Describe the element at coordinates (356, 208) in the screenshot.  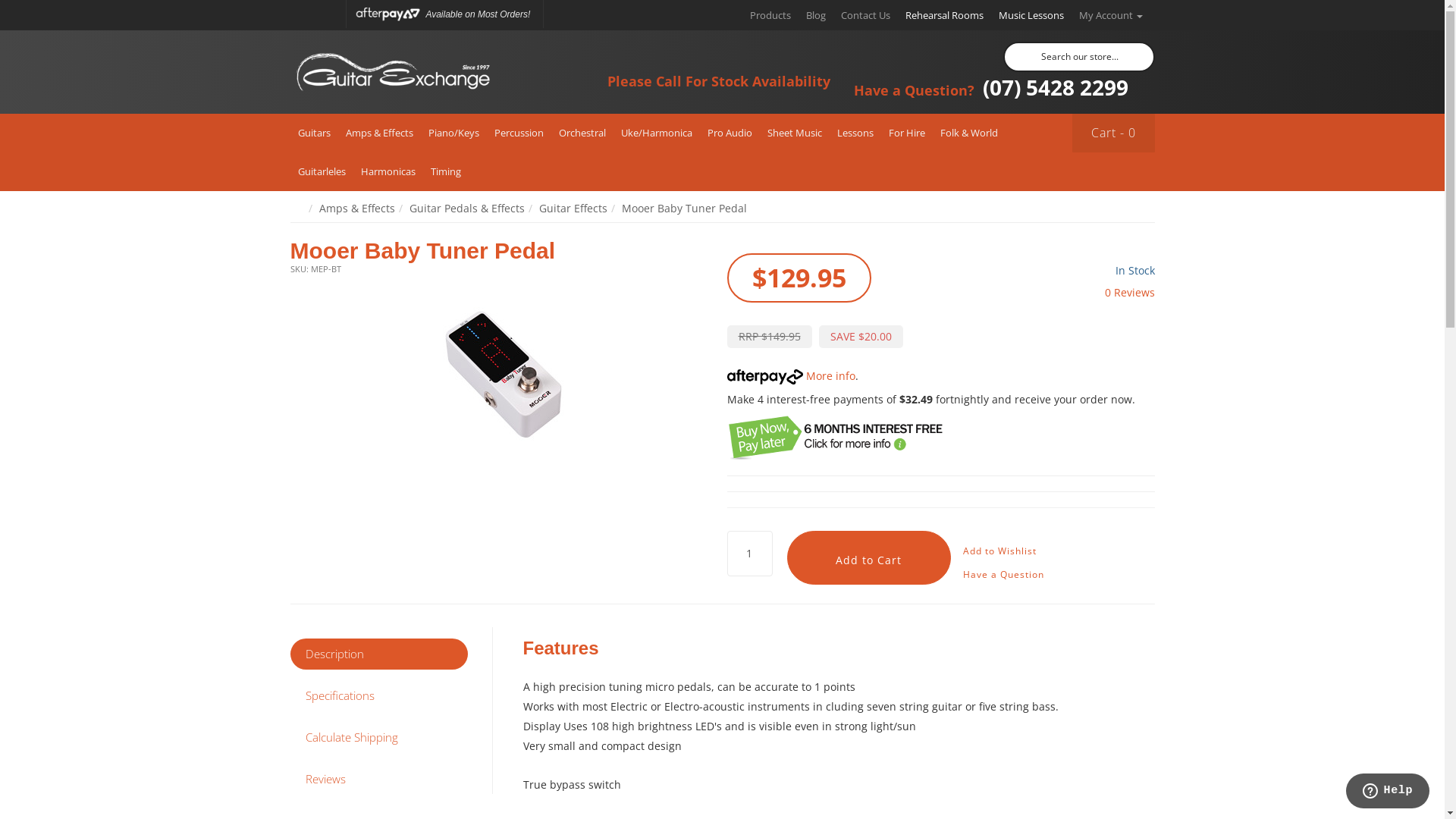
I see `'Amps & Effects'` at that location.